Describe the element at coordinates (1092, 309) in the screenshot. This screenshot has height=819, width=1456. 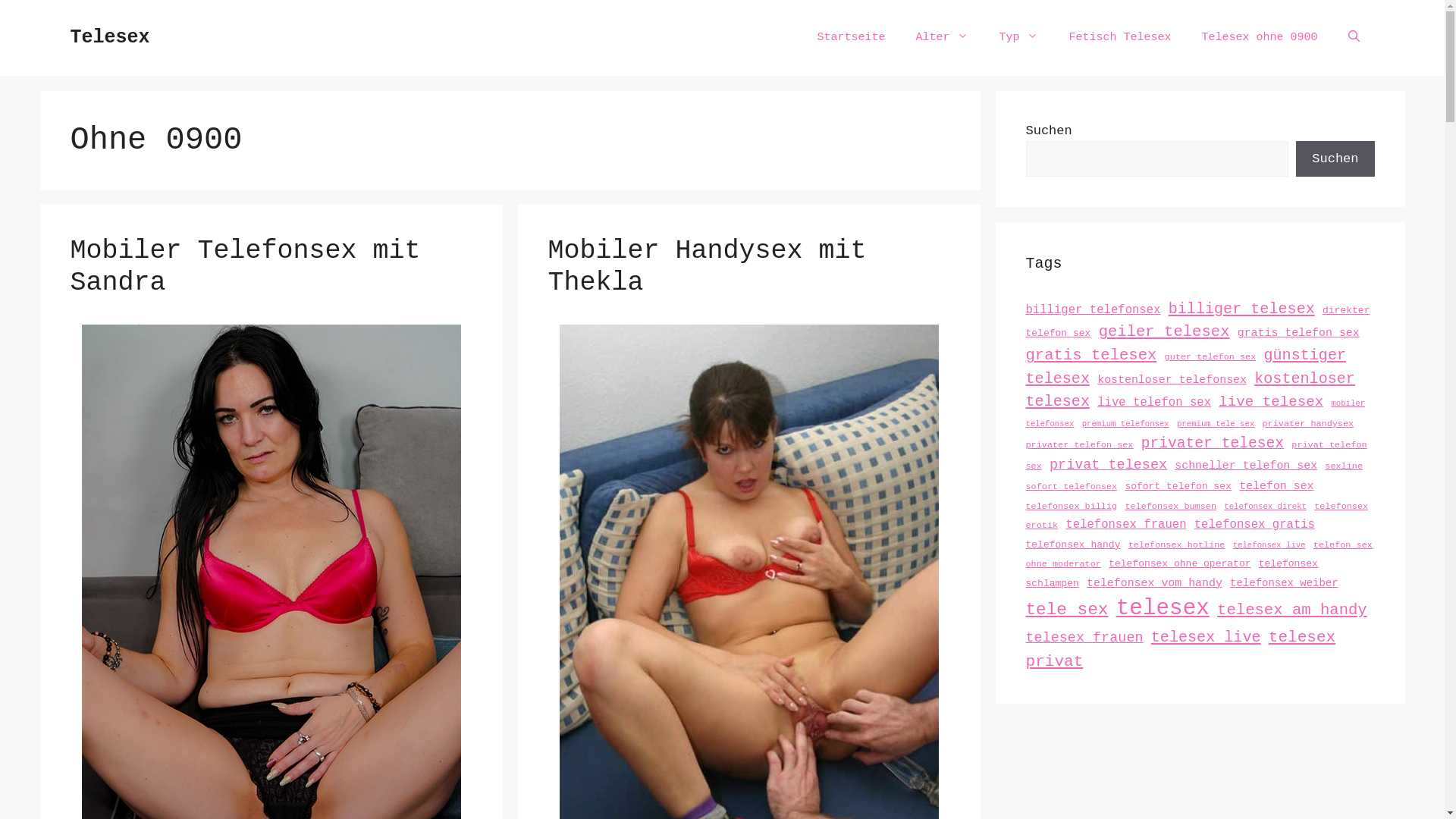
I see `'billiger telefonsex'` at that location.